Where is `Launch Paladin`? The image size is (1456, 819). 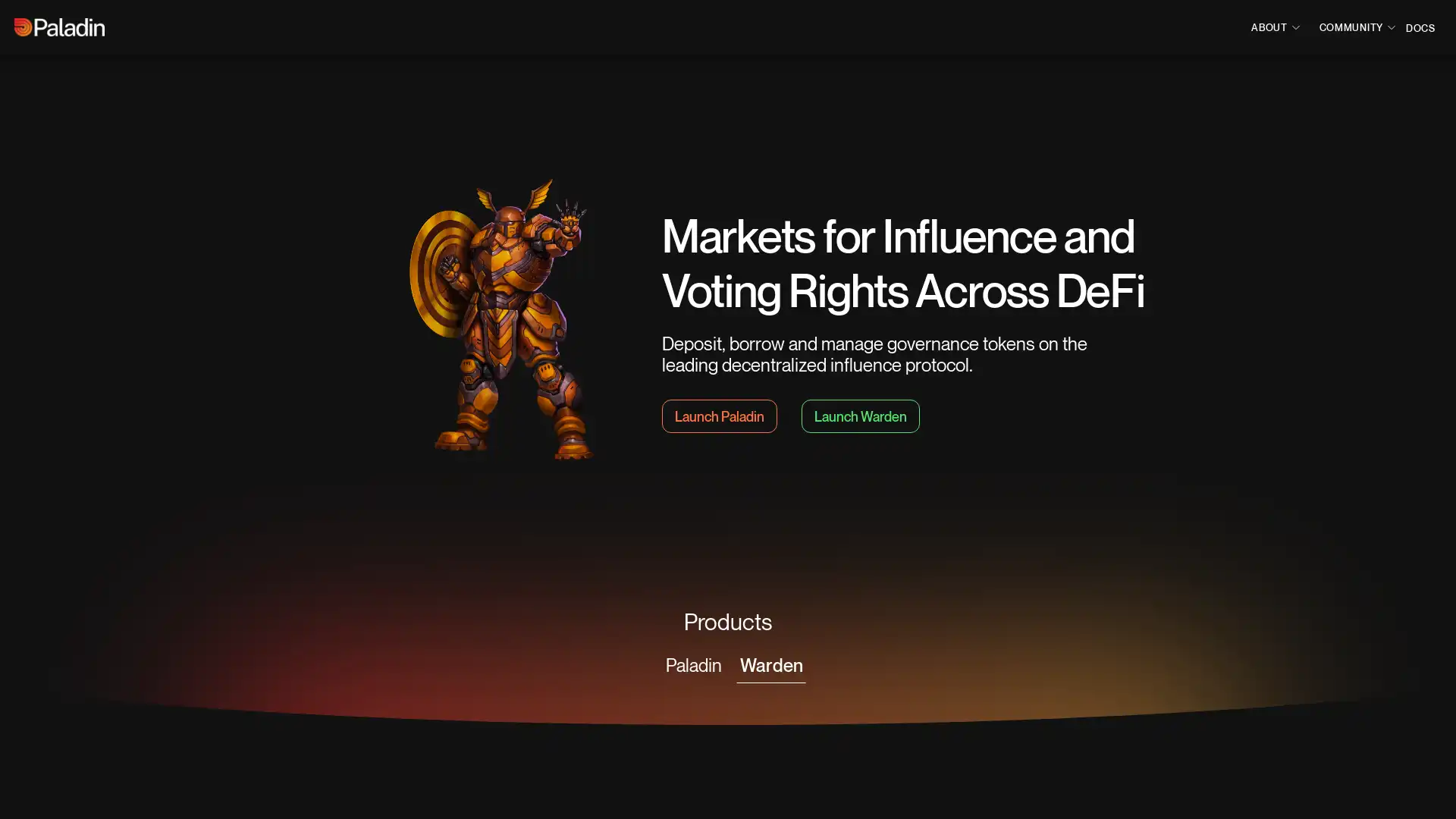
Launch Paladin is located at coordinates (718, 415).